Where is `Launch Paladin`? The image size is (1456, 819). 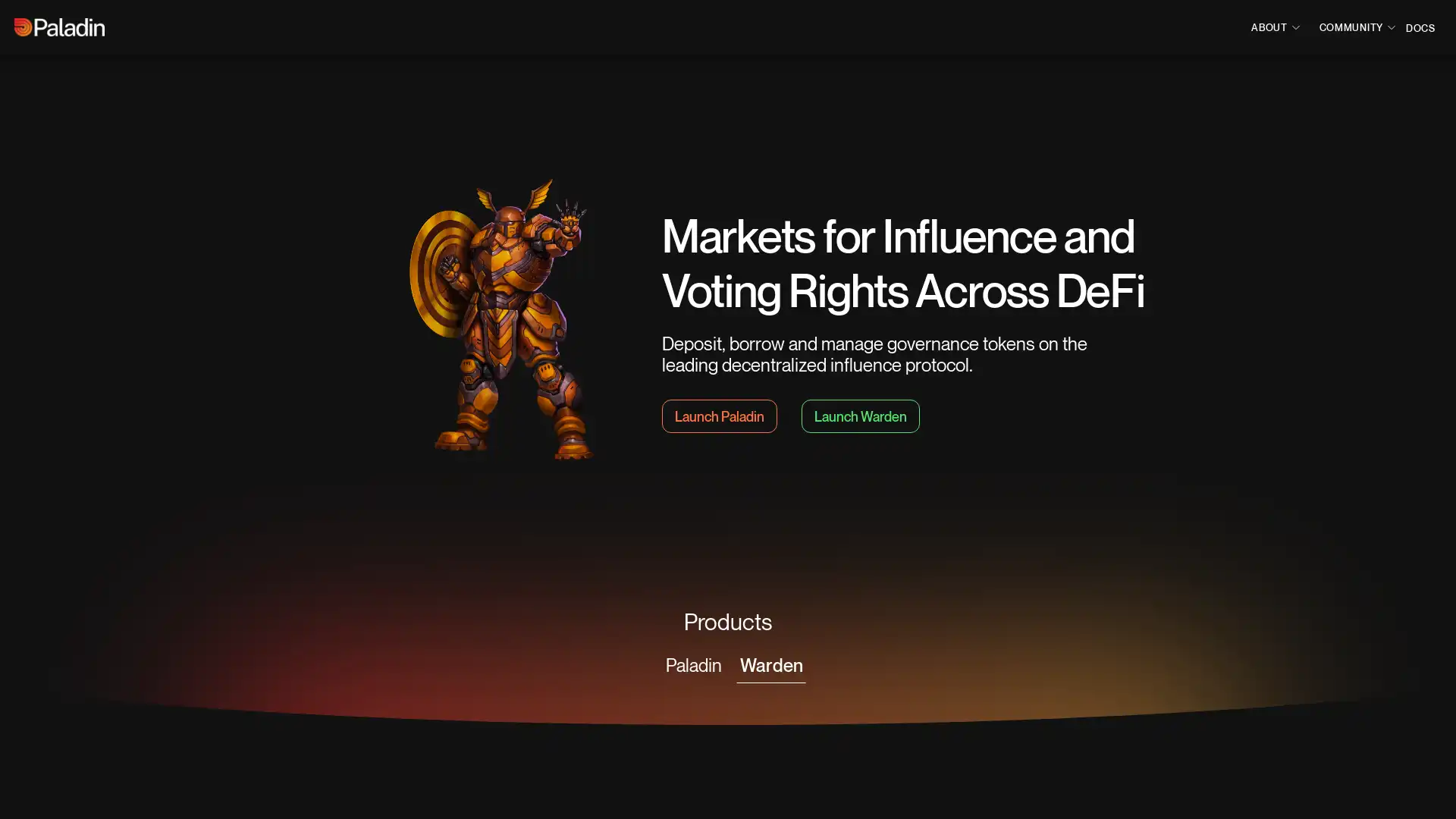
Launch Paladin is located at coordinates (718, 415).